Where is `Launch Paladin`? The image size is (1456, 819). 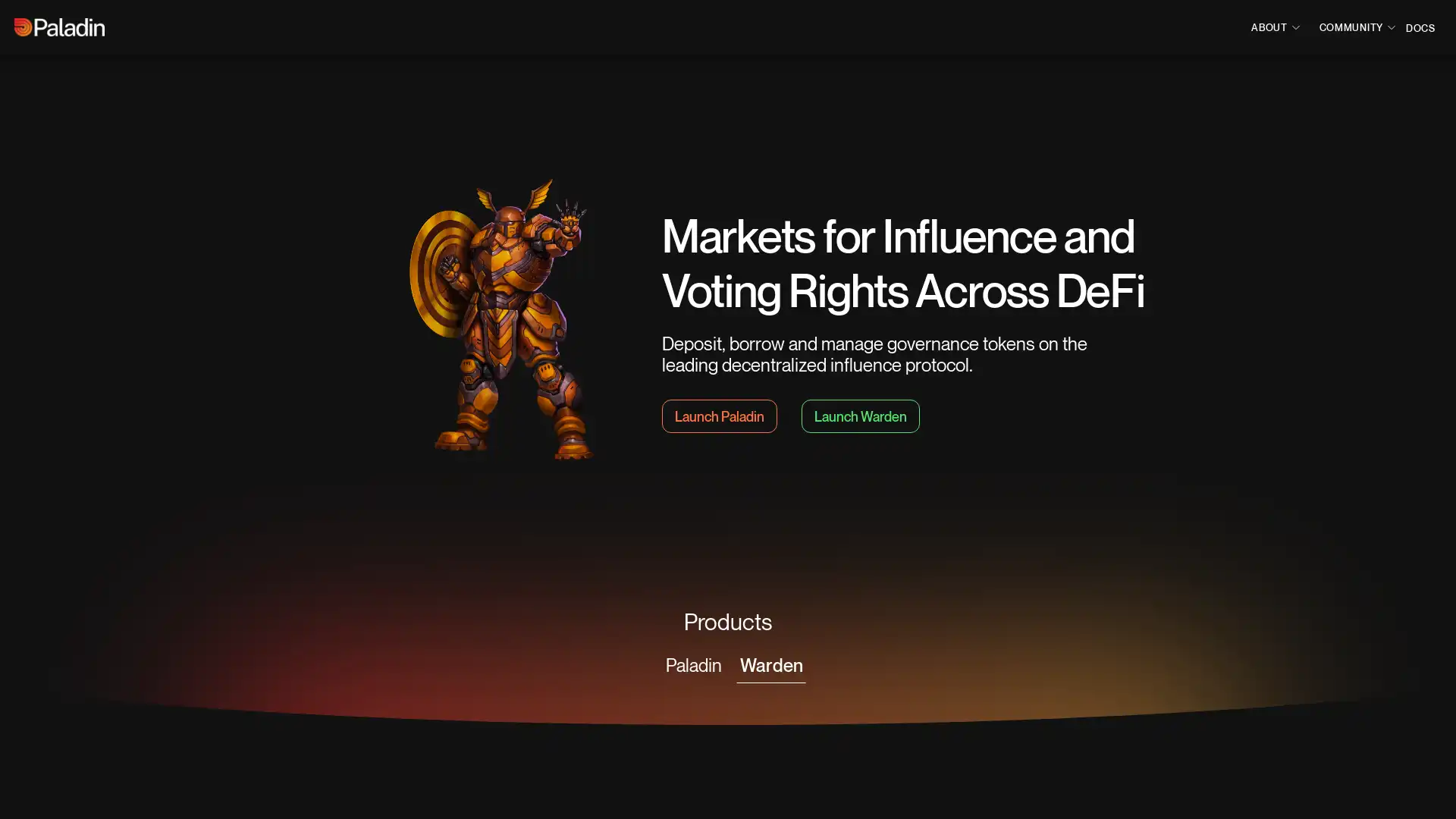
Launch Paladin is located at coordinates (718, 415).